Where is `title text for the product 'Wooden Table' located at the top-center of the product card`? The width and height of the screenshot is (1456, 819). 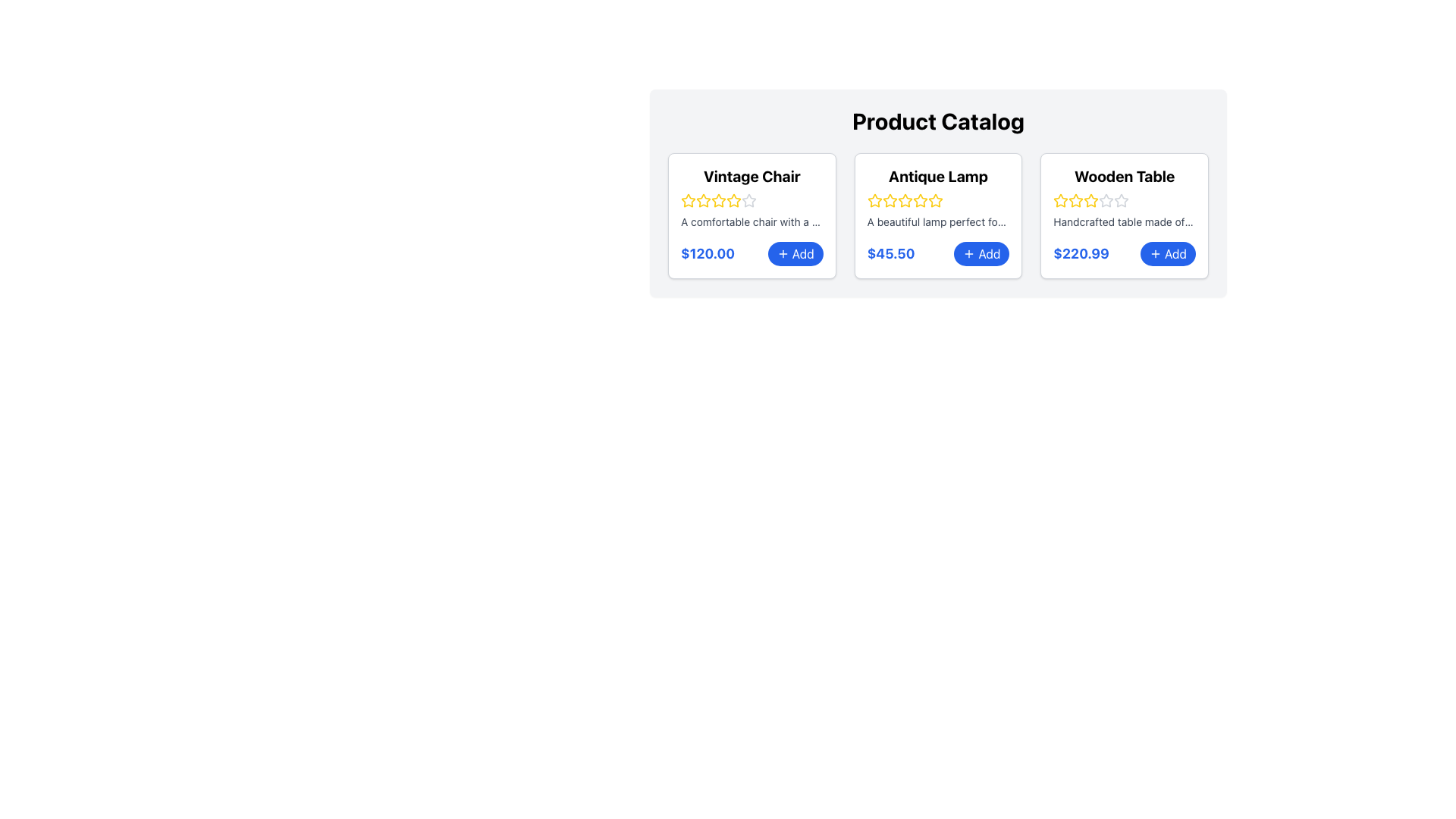 title text for the product 'Wooden Table' located at the top-center of the product card is located at coordinates (1125, 175).